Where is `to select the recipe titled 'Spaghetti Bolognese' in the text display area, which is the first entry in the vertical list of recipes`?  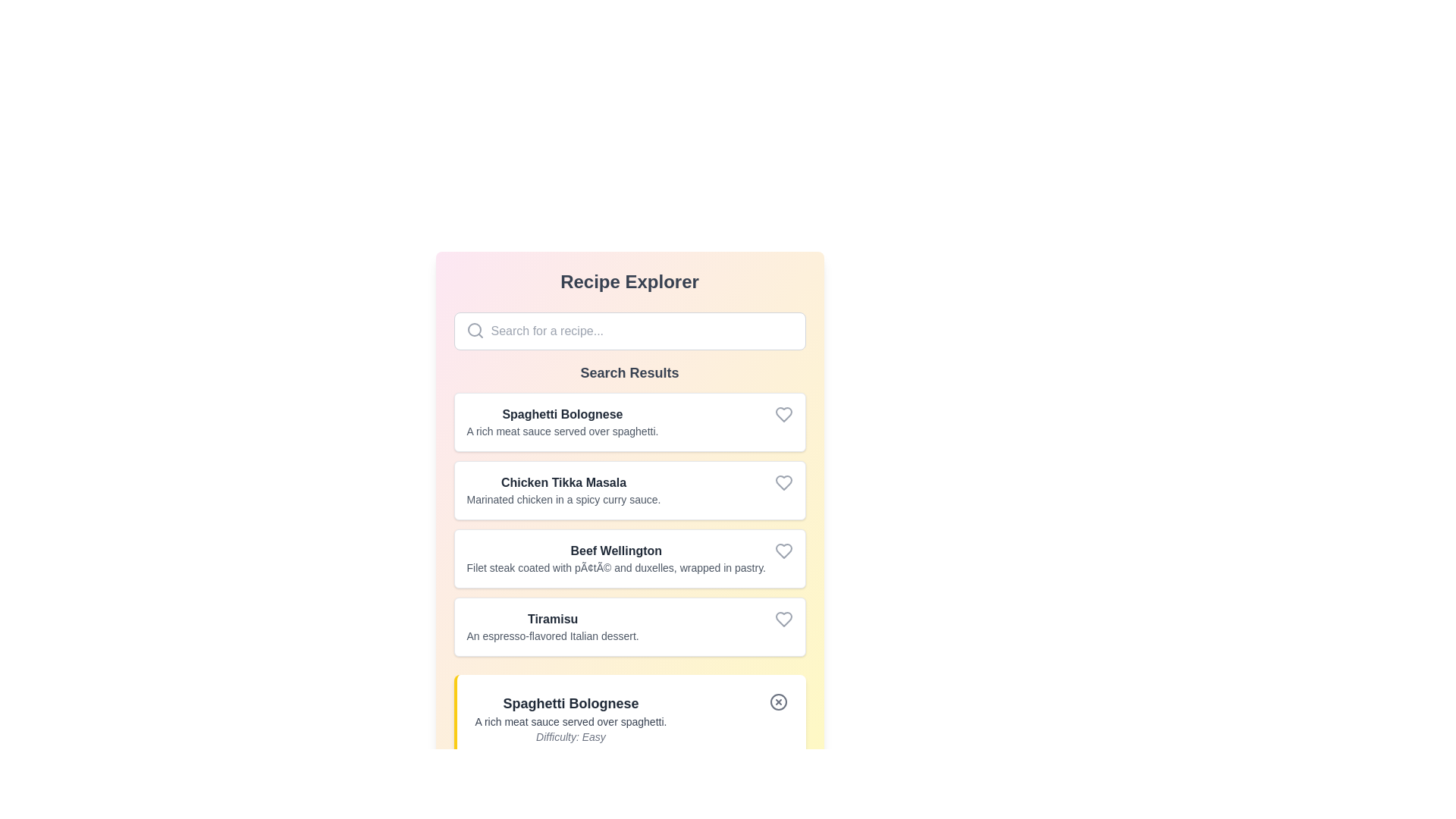 to select the recipe titled 'Spaghetti Bolognese' in the text display area, which is the first entry in the vertical list of recipes is located at coordinates (561, 422).